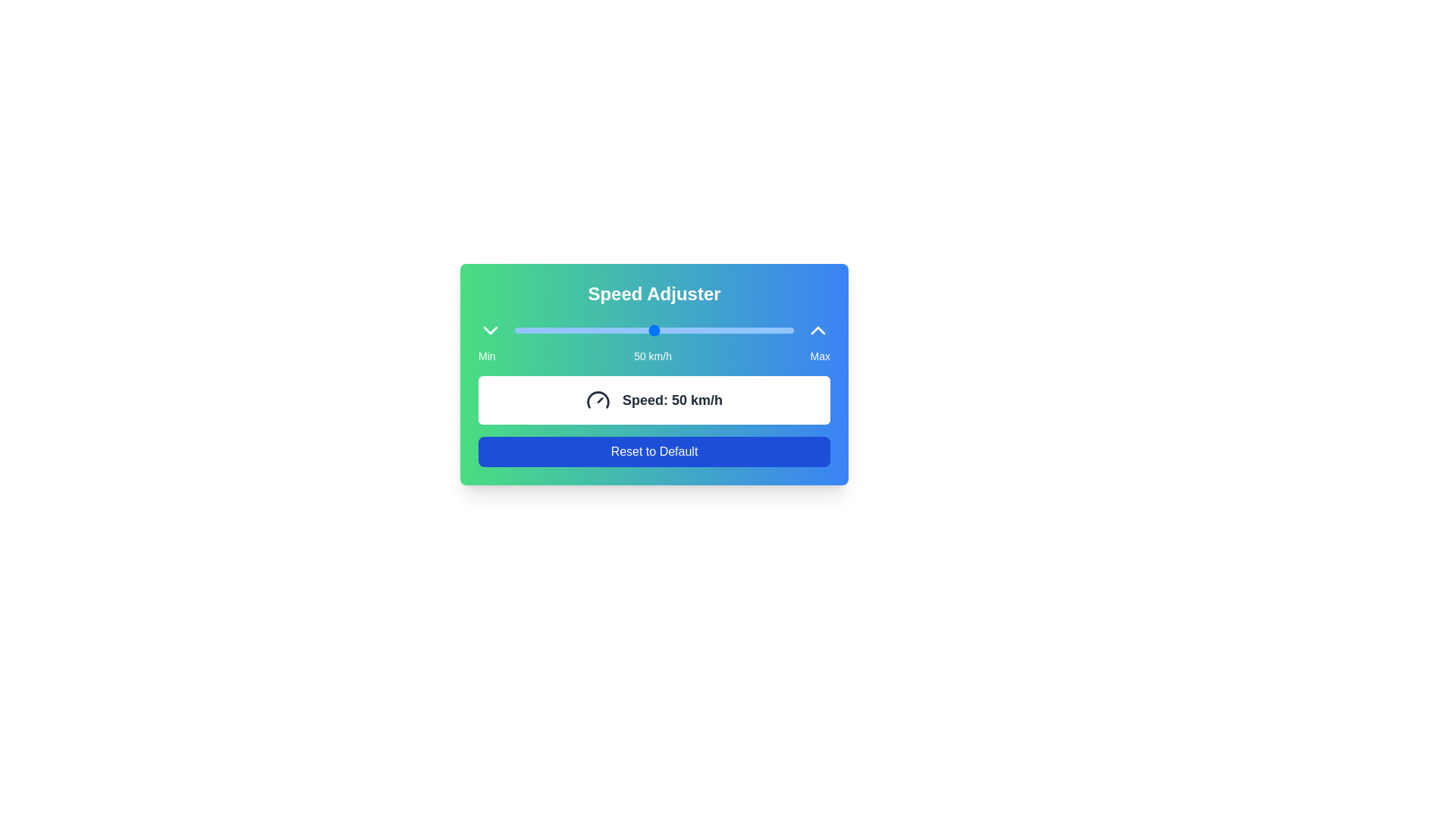 This screenshot has height=819, width=1456. I want to click on the slider position, so click(517, 329).